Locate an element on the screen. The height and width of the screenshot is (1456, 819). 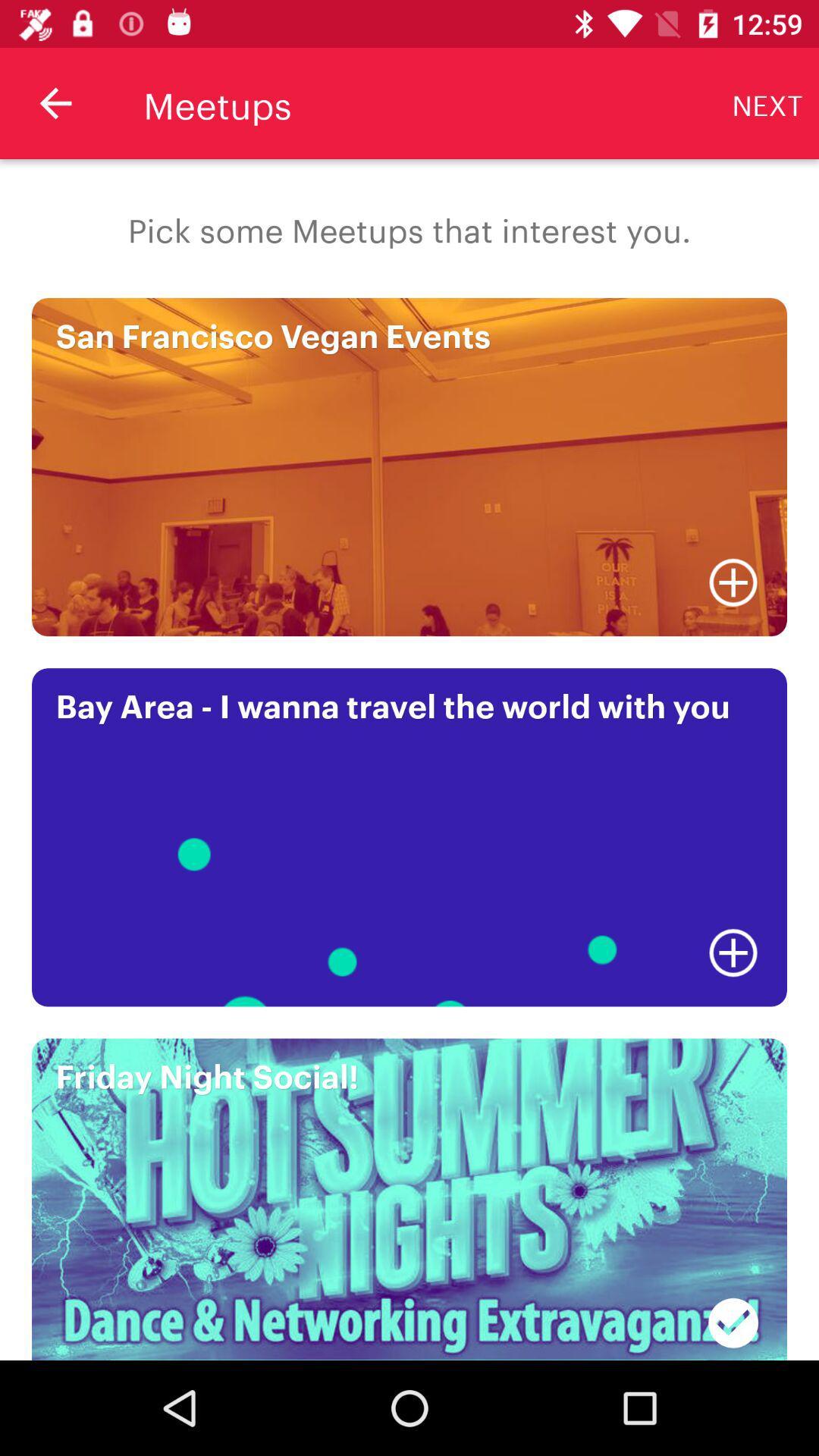
plus sign under bay area is located at coordinates (733, 952).